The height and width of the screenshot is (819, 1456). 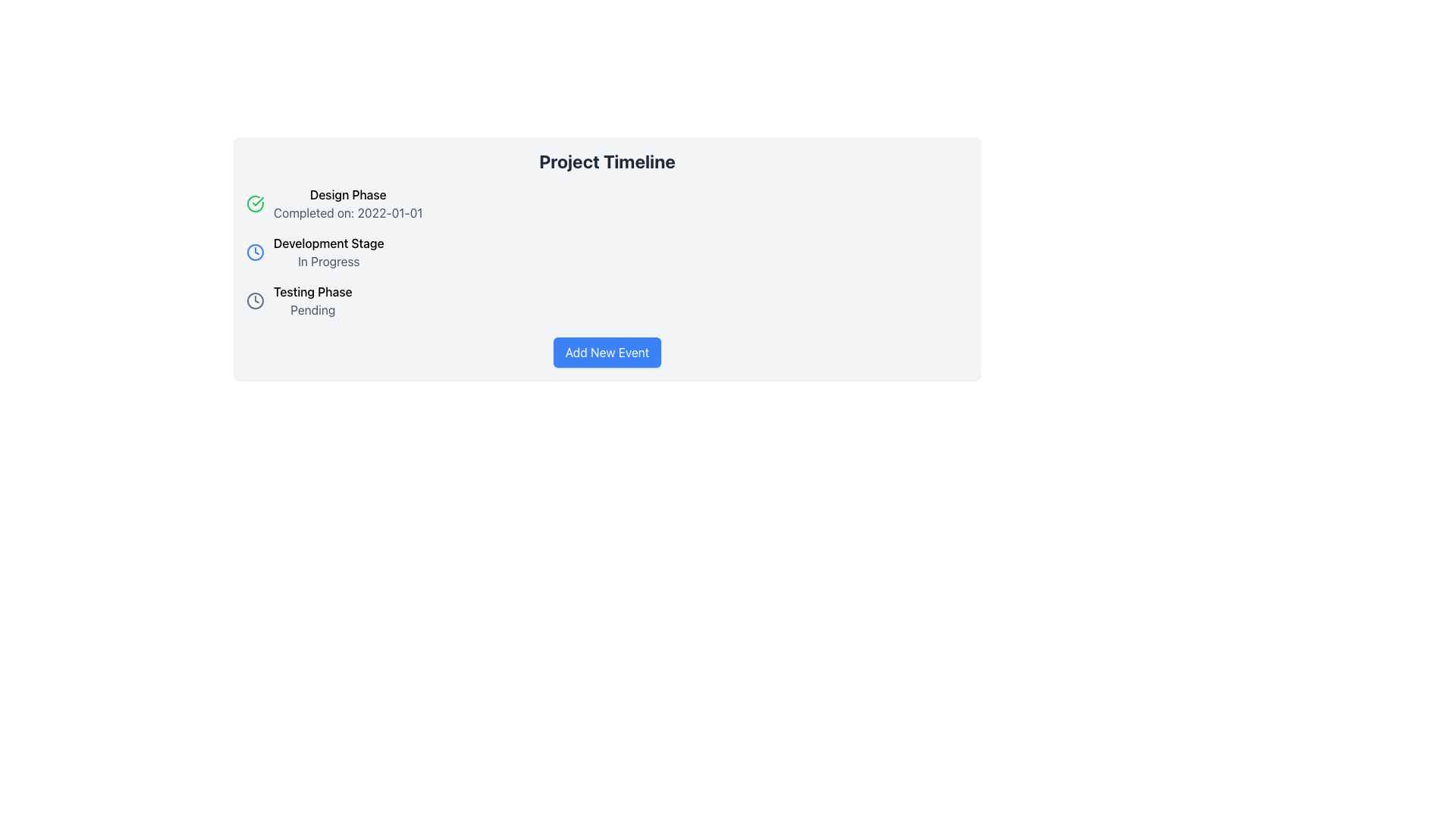 What do you see at coordinates (607, 353) in the screenshot?
I see `the blue rectangular button with rounded corners and white text reading 'Add New Event' located below the list of phases in the 'Project Timeline' section` at bounding box center [607, 353].